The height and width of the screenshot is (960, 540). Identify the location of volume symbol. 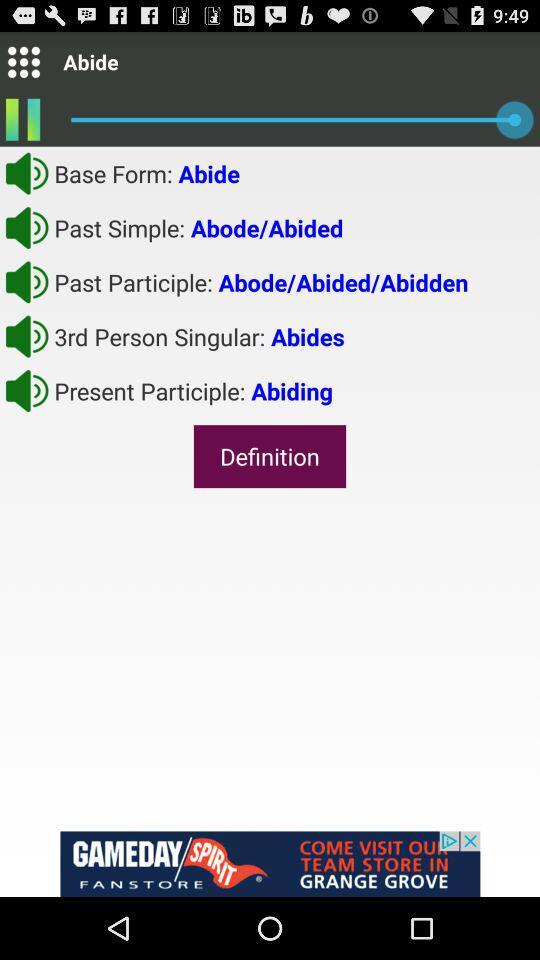
(26, 227).